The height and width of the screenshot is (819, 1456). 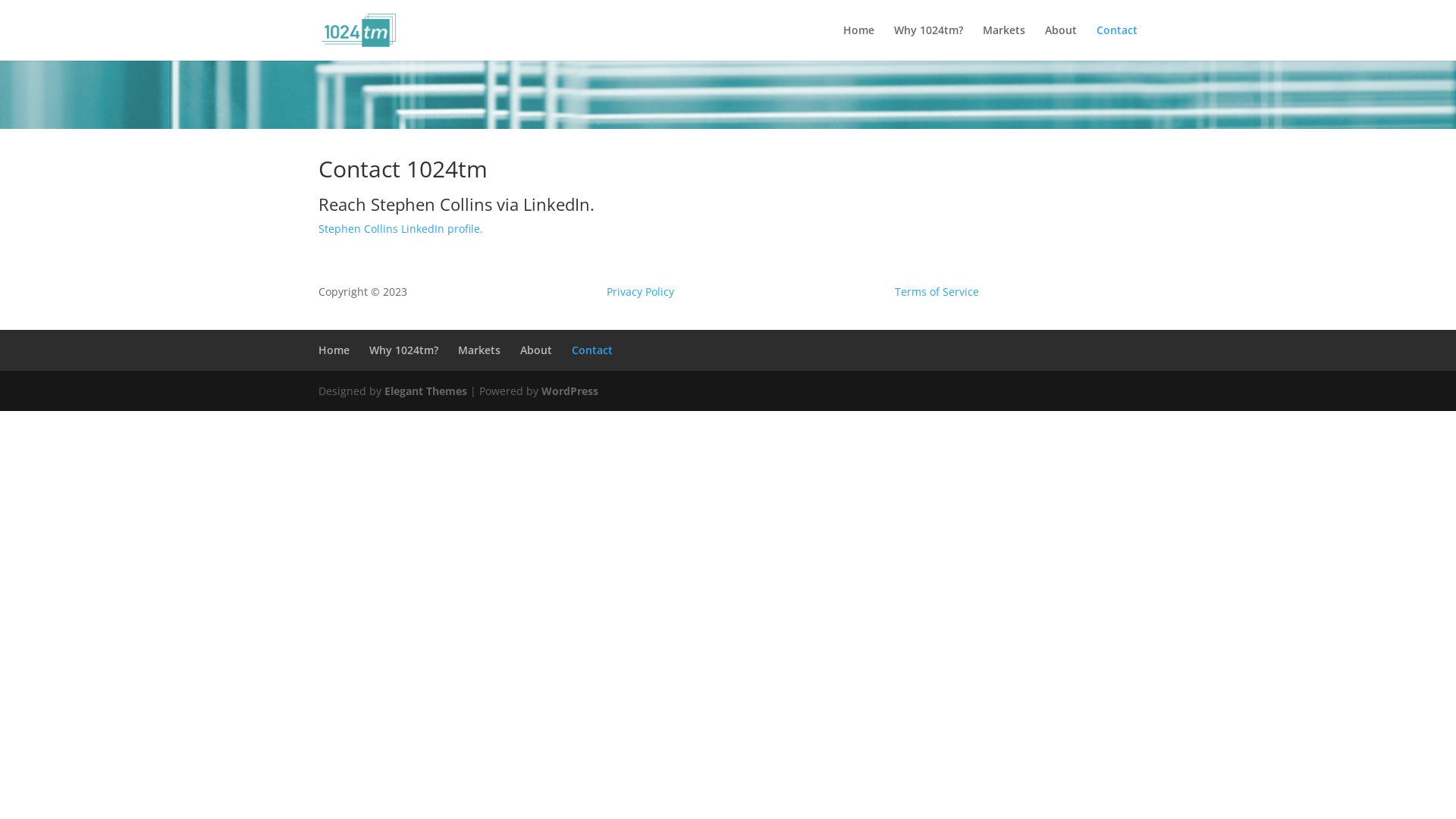 I want to click on 'Stephen Collins LinkedIn profile.', so click(x=400, y=228).